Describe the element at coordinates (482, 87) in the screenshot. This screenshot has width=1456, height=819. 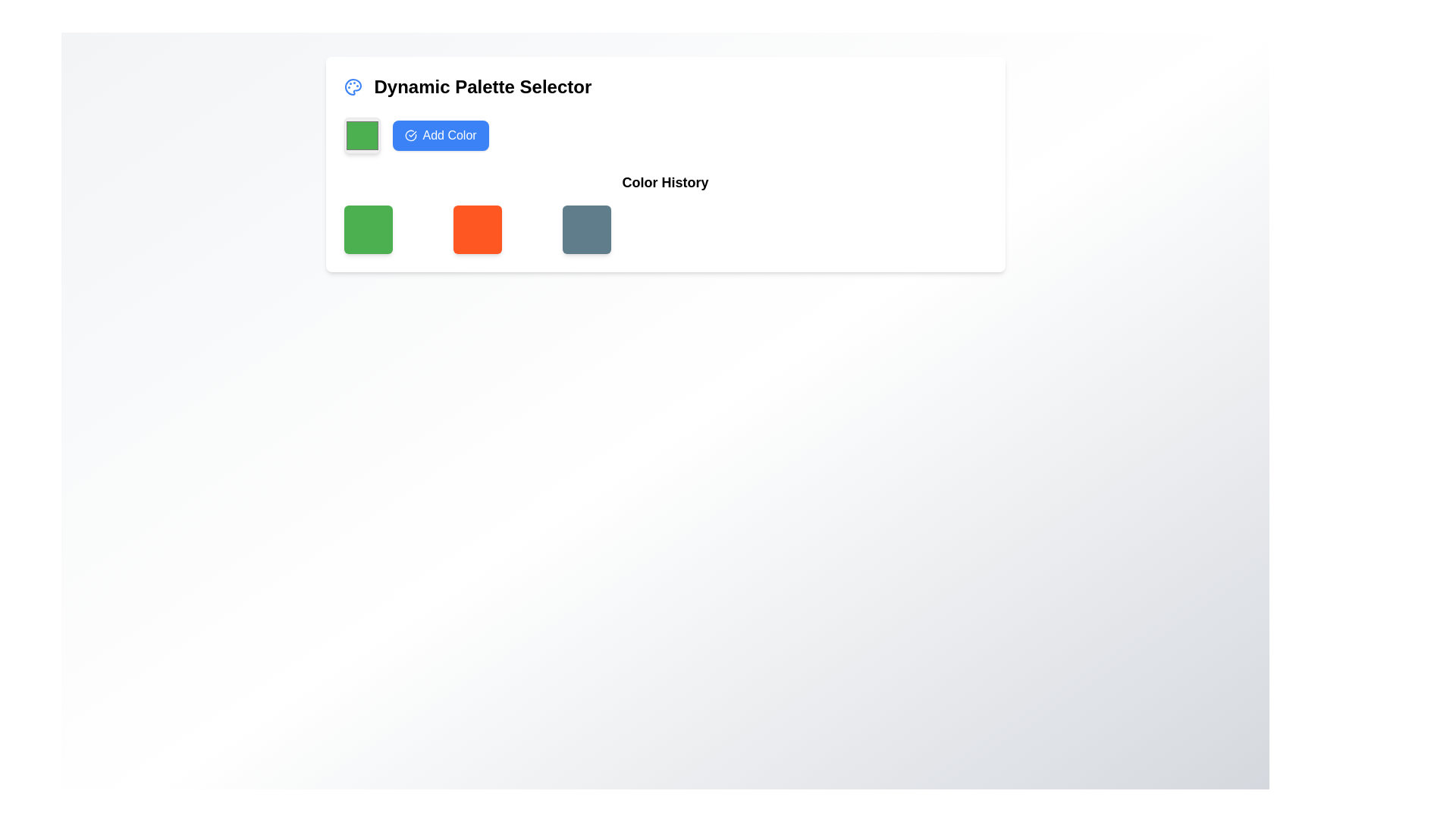
I see `the text label displaying 'Dynamic Palette Selector', which is styled in bold font and positioned at the top of the section` at that location.